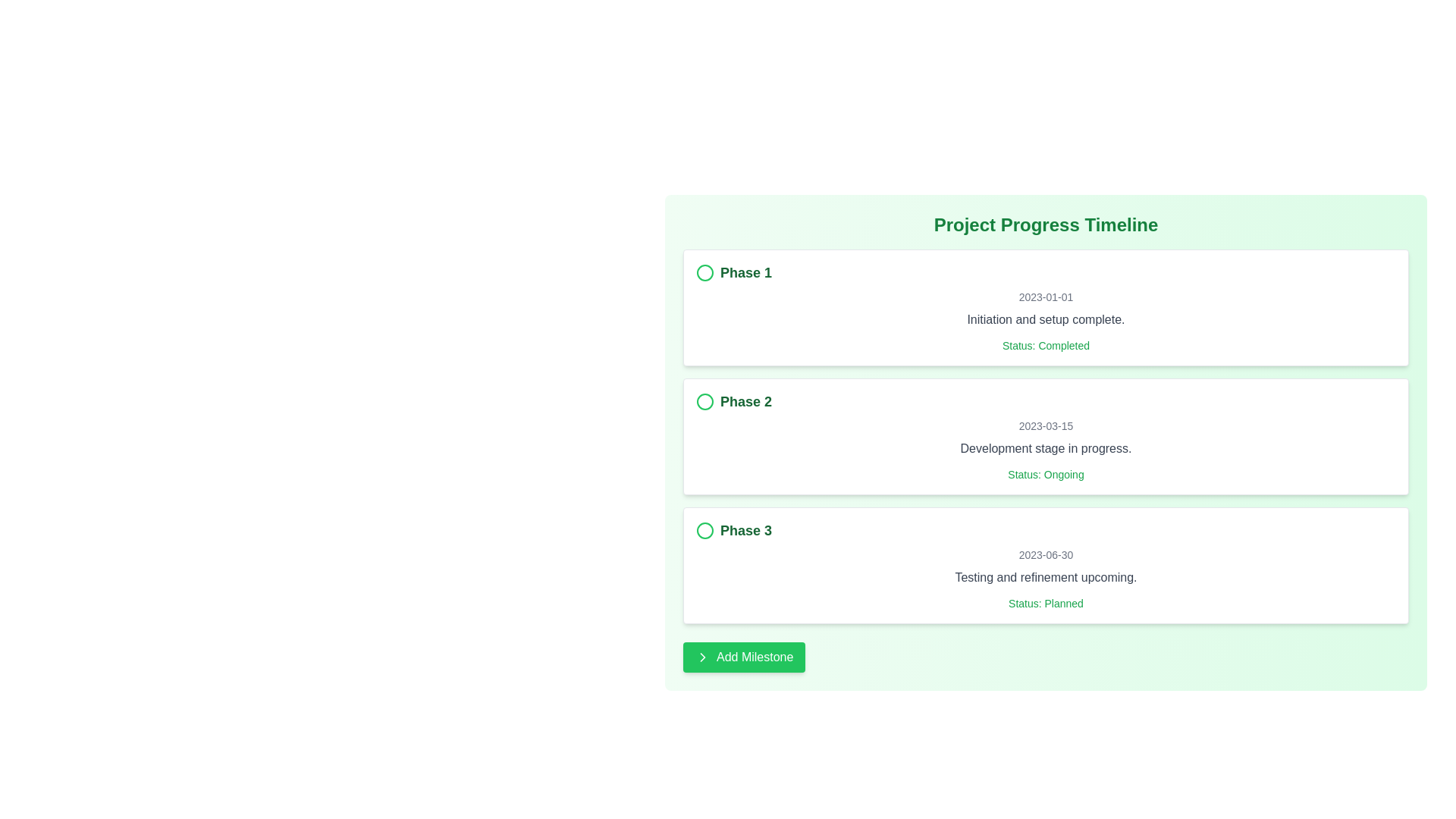 Image resolution: width=1456 pixels, height=819 pixels. I want to click on the text label displaying '2023-01-01' located within the 'Phase 1' card, positioned below the title and above the description text, so click(1045, 297).